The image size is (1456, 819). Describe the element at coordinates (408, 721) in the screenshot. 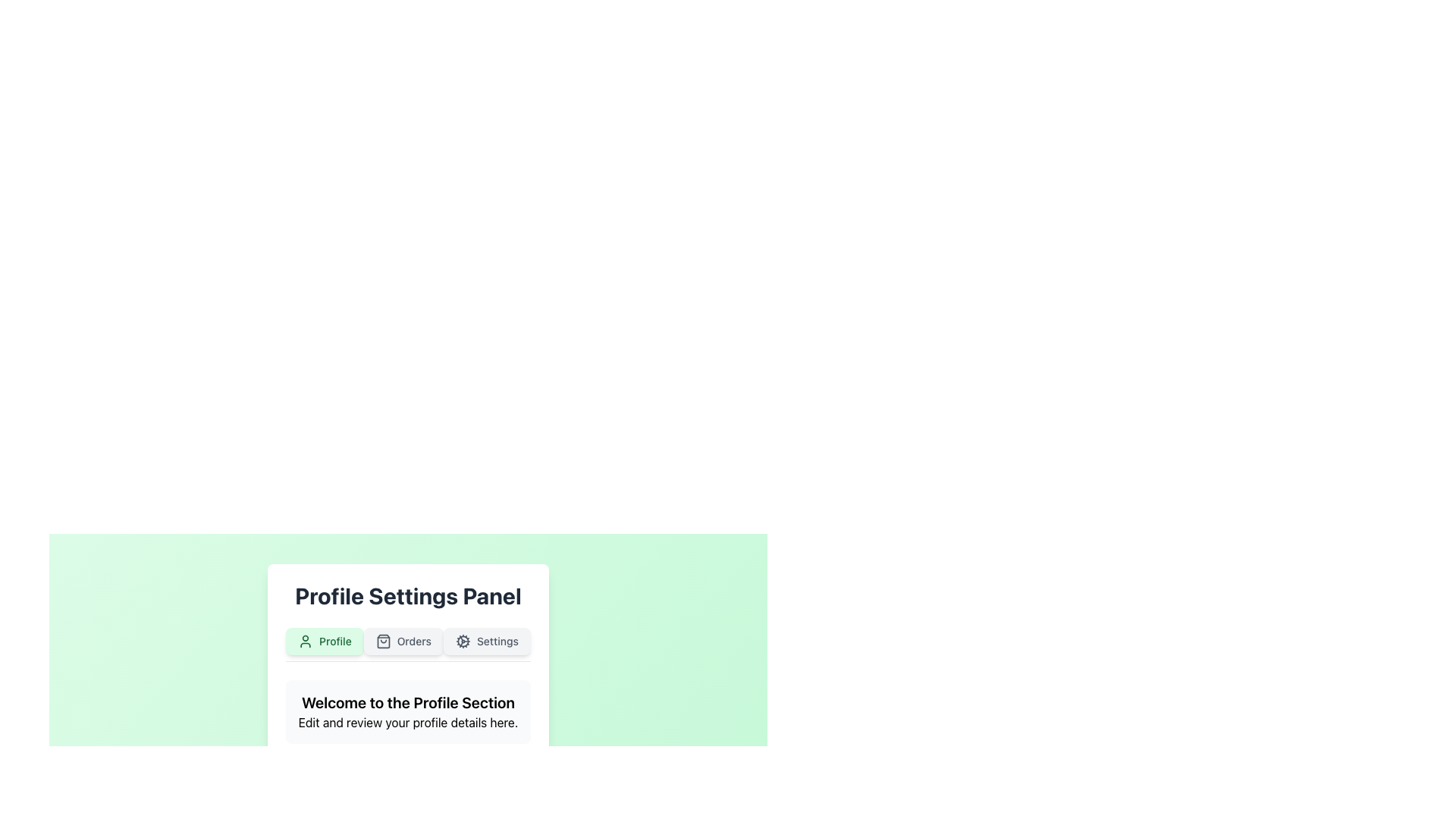

I see `the static text element that reads 'Edit and review your profile details here.' which is positioned below the header 'Welcome to the Profile Section'` at that location.